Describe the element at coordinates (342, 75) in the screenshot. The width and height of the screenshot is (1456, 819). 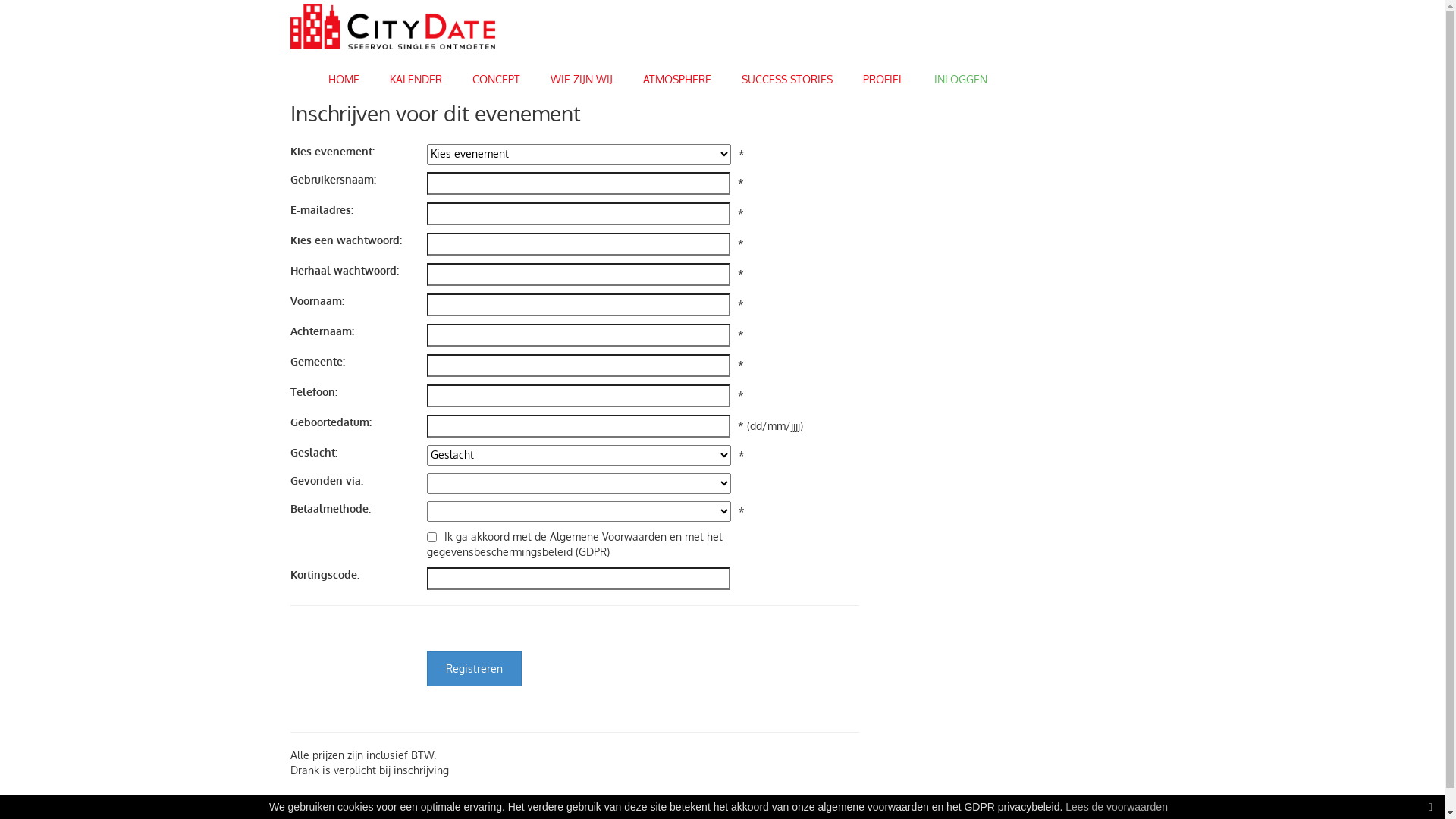
I see `'HOME'` at that location.